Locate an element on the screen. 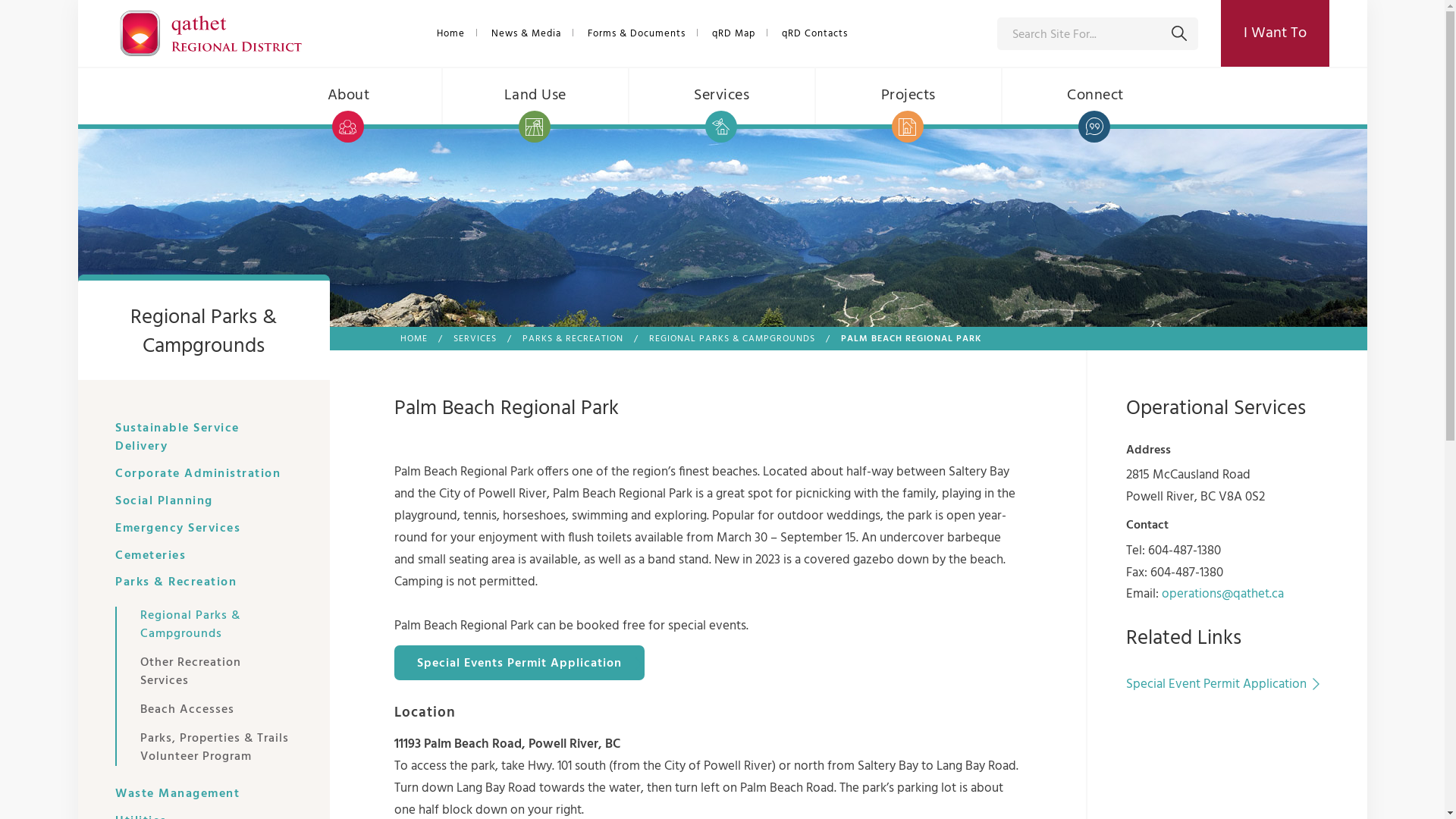  'operations@qathet.ca' is located at coordinates (1222, 593).